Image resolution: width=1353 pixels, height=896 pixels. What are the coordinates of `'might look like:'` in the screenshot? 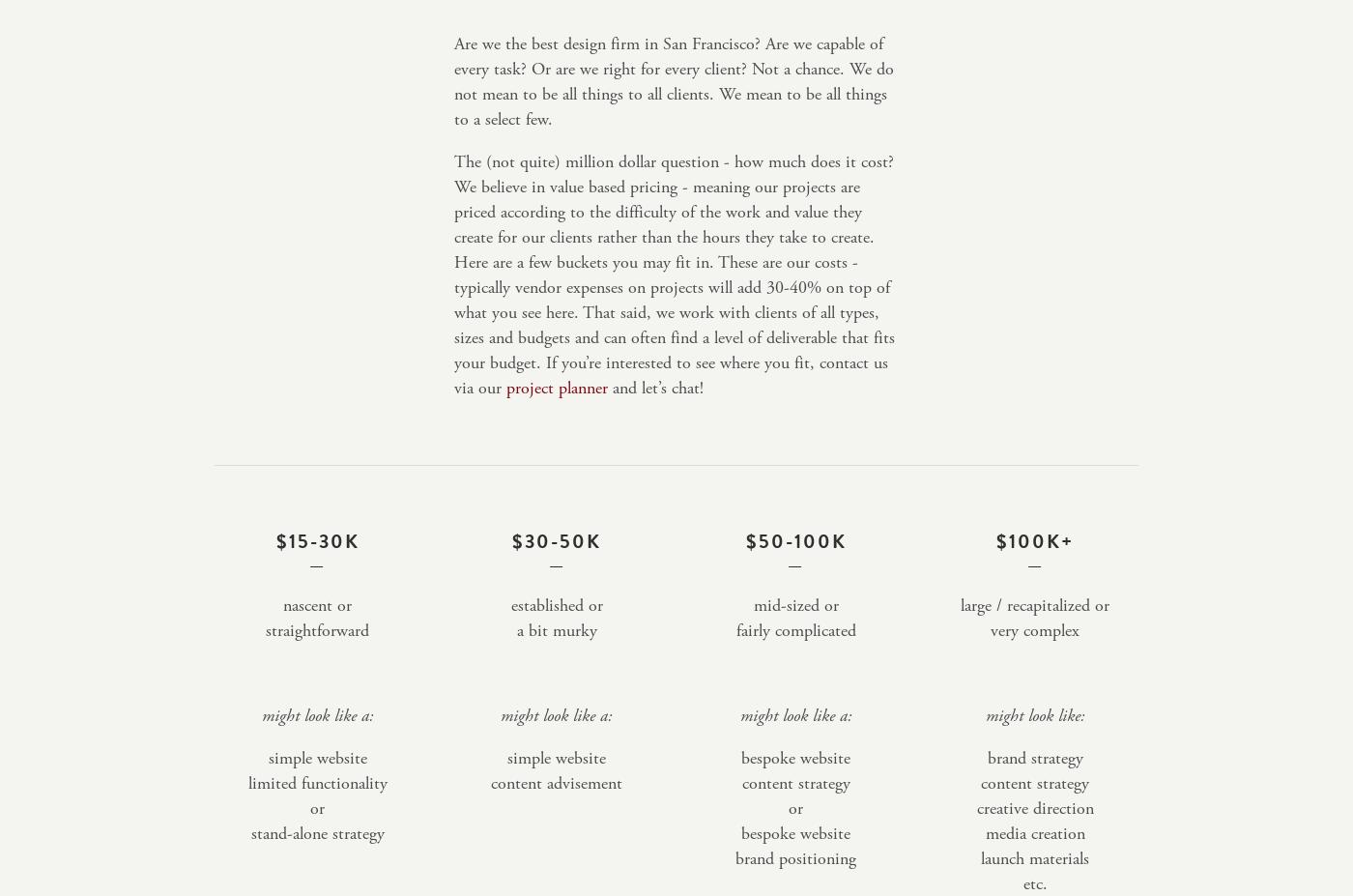 It's located at (1034, 714).